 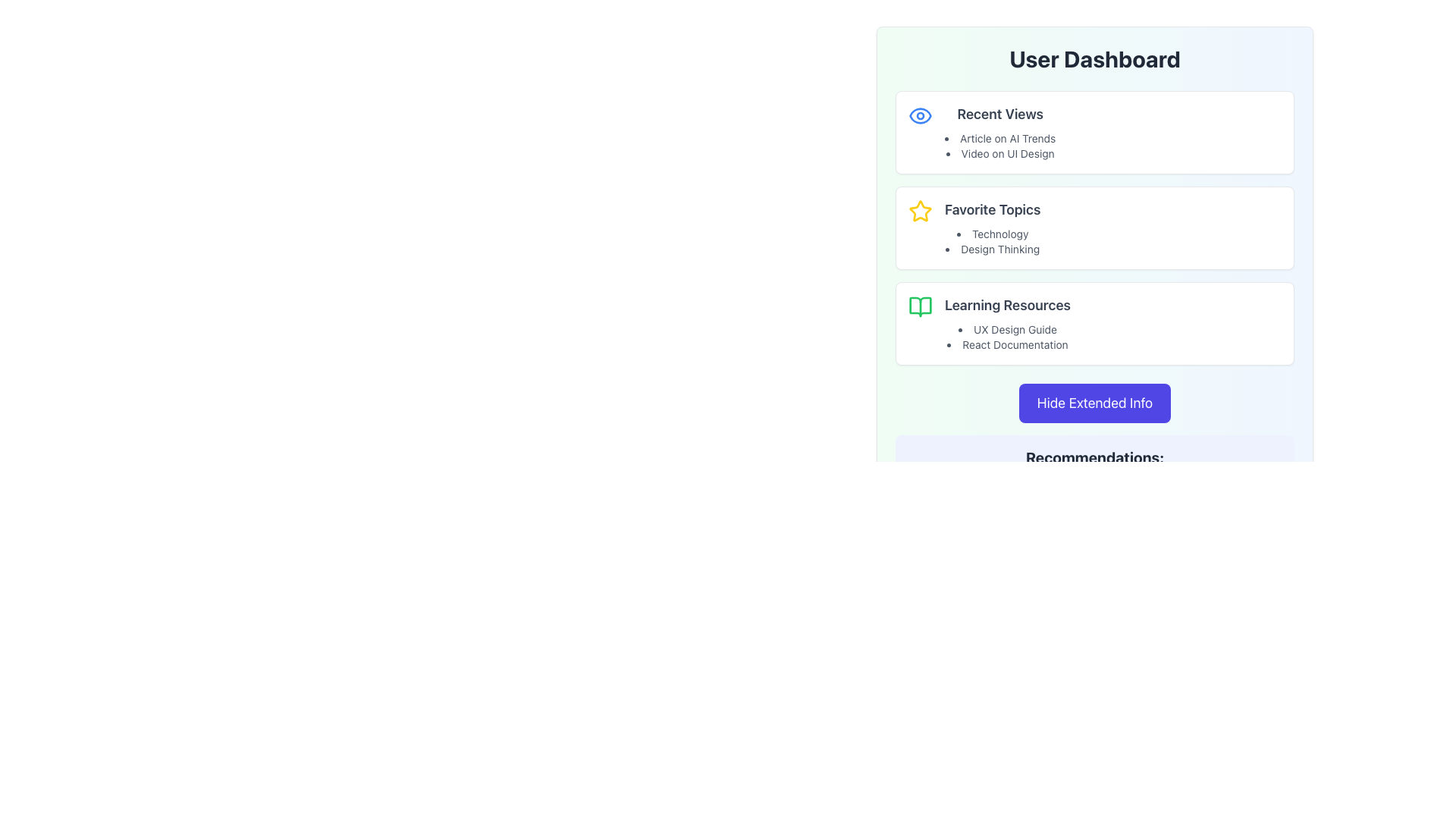 What do you see at coordinates (1008, 329) in the screenshot?
I see `the text label reading 'UX Design Guide'` at bounding box center [1008, 329].